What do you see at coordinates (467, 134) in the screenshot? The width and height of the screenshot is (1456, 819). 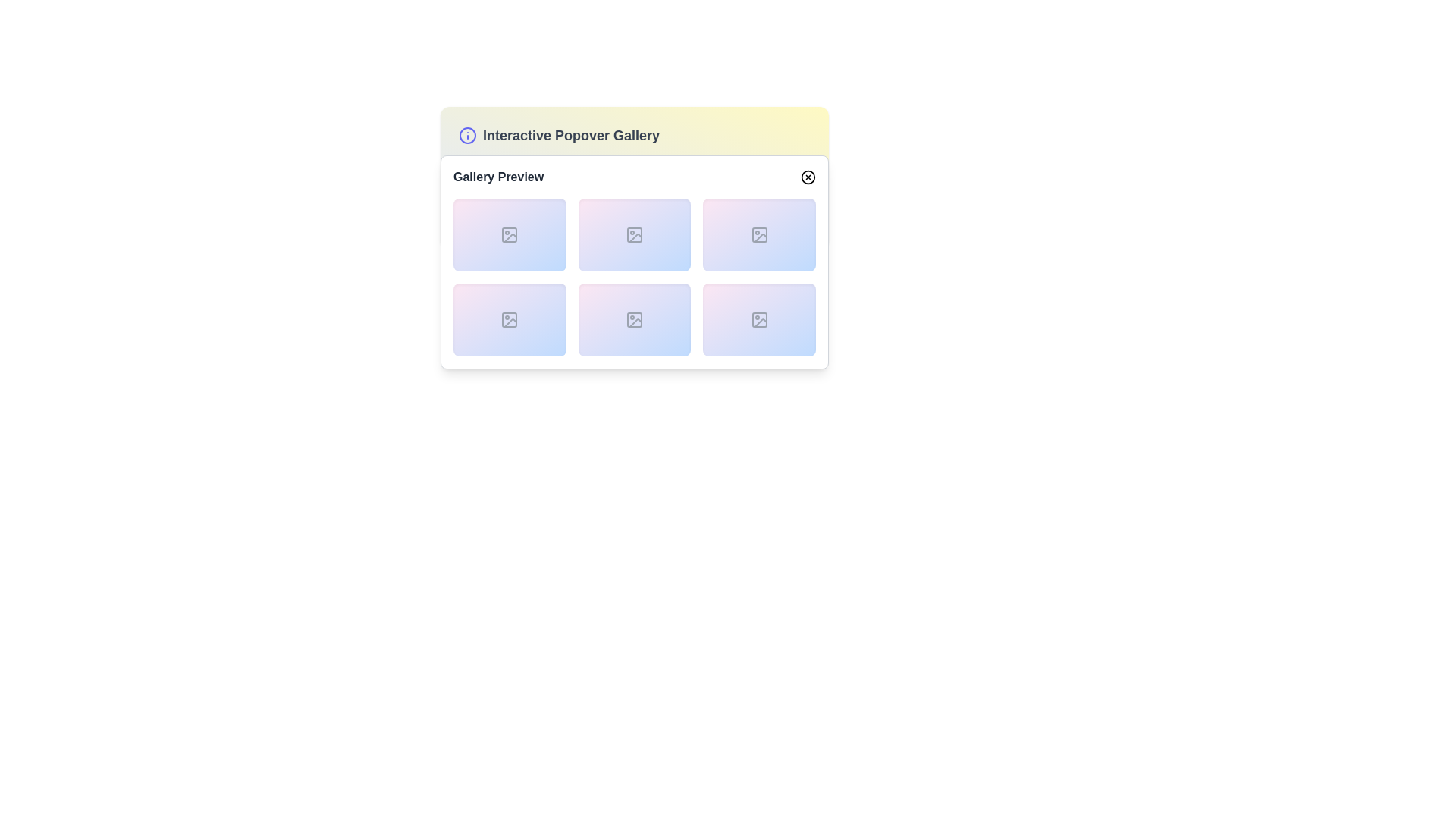 I see `the info icon located at the top-left corner of the 'Interactive Popover Gallery' section, which provides additional details or guidance when interacted with` at bounding box center [467, 134].